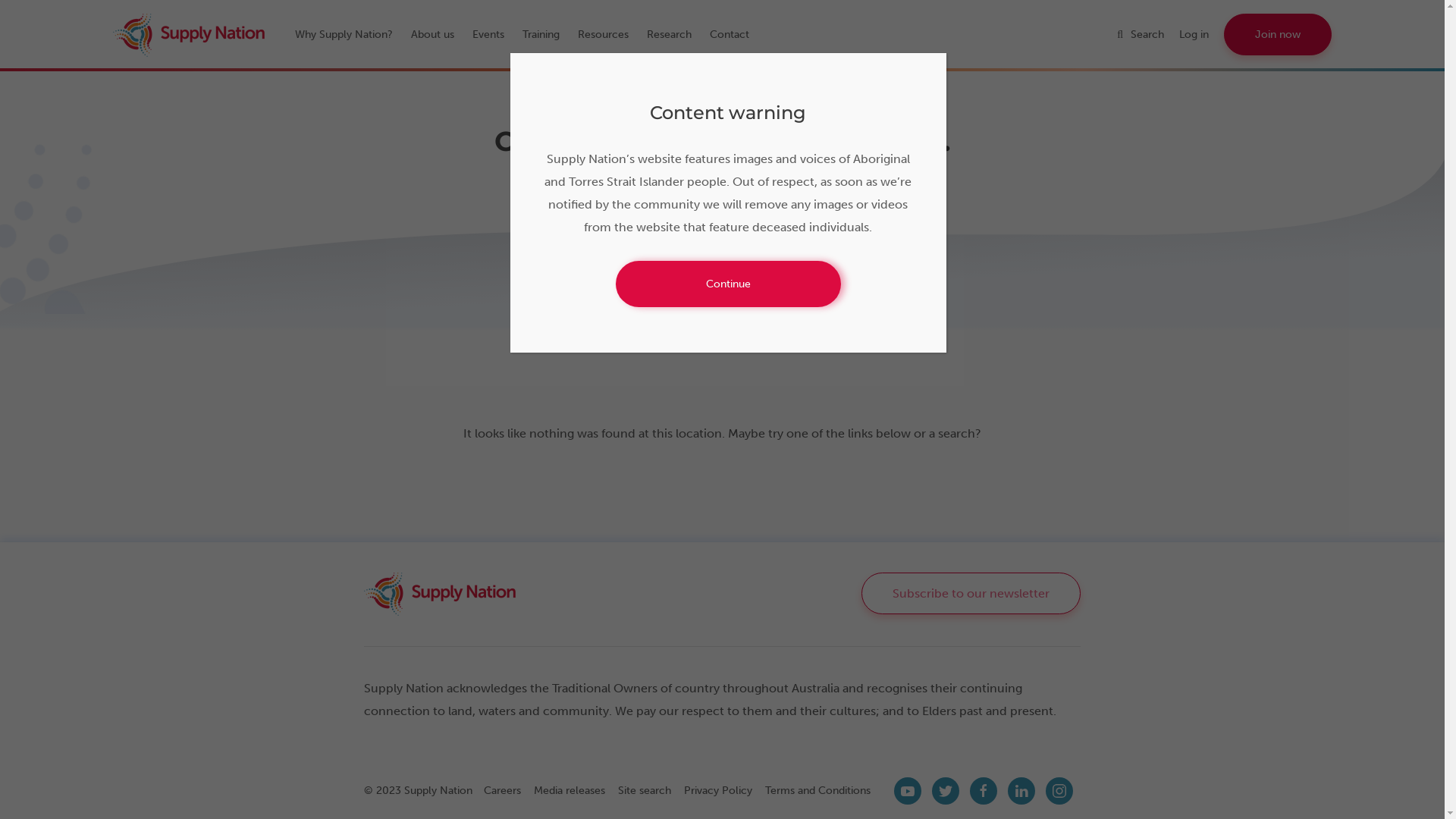  I want to click on 'Supply Nation on LinkedIn', so click(1021, 789).